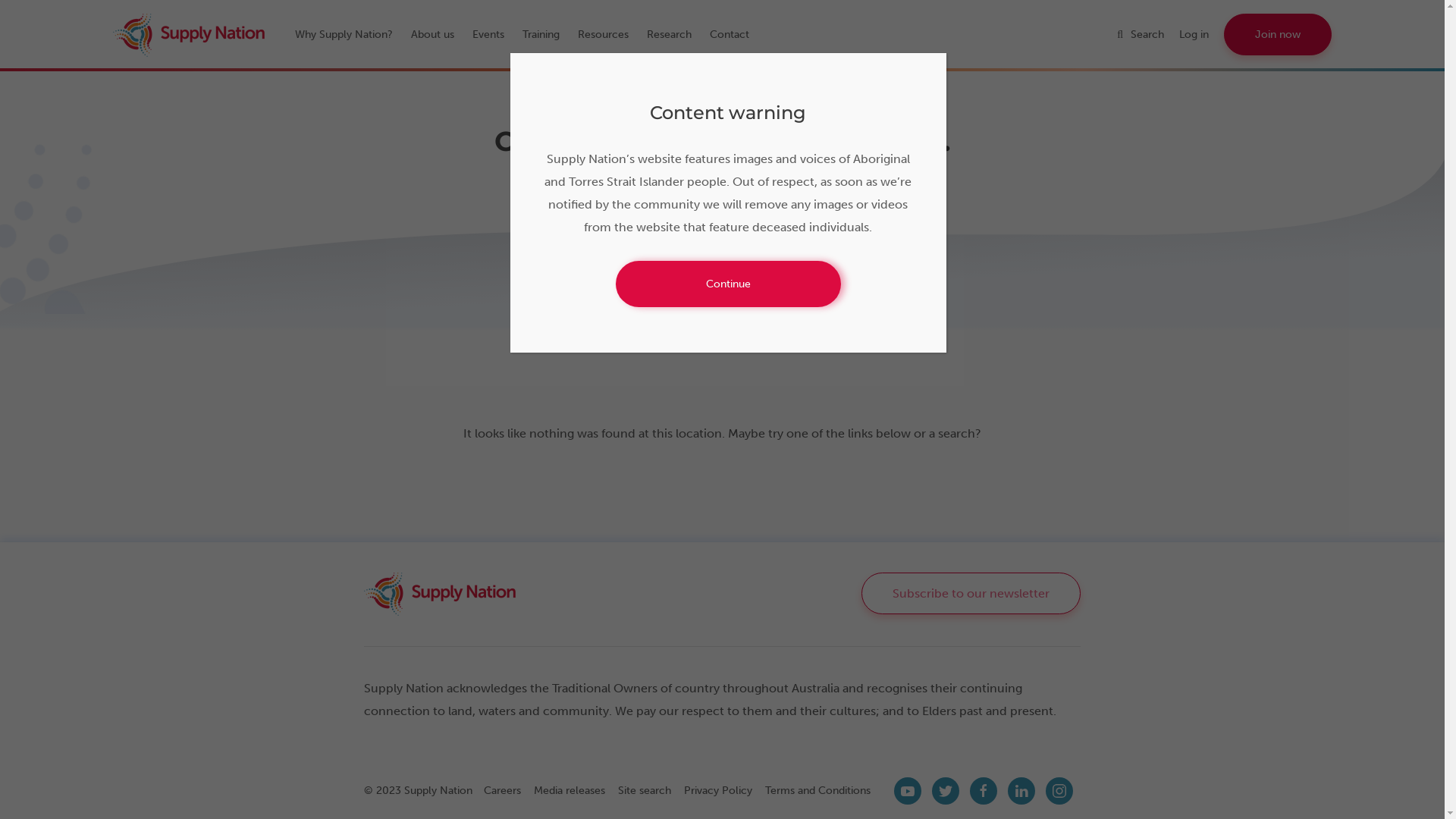  I want to click on 'Supply Nation on LinkedIn', so click(1021, 789).